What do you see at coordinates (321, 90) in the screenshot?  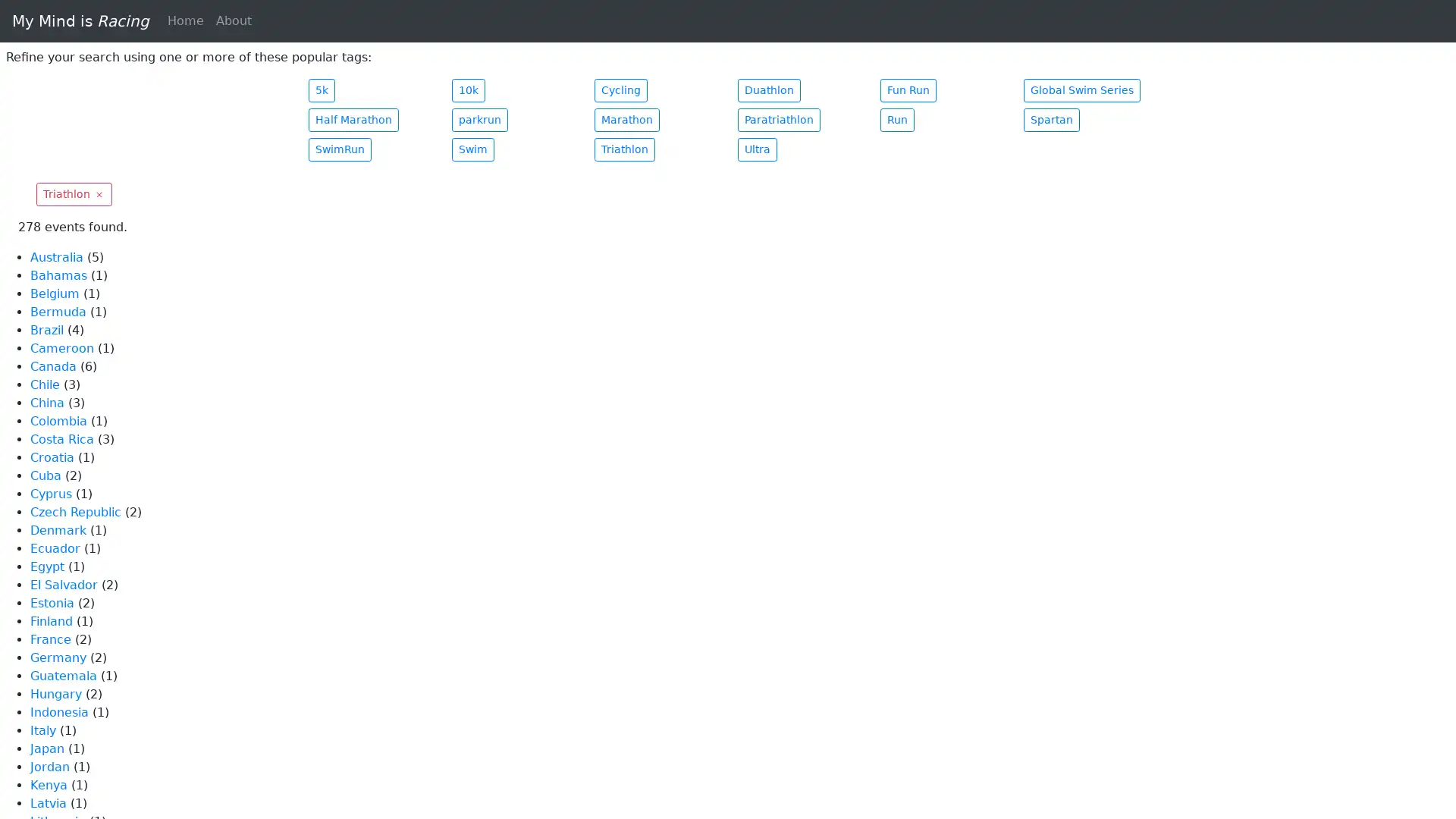 I see `5k` at bounding box center [321, 90].